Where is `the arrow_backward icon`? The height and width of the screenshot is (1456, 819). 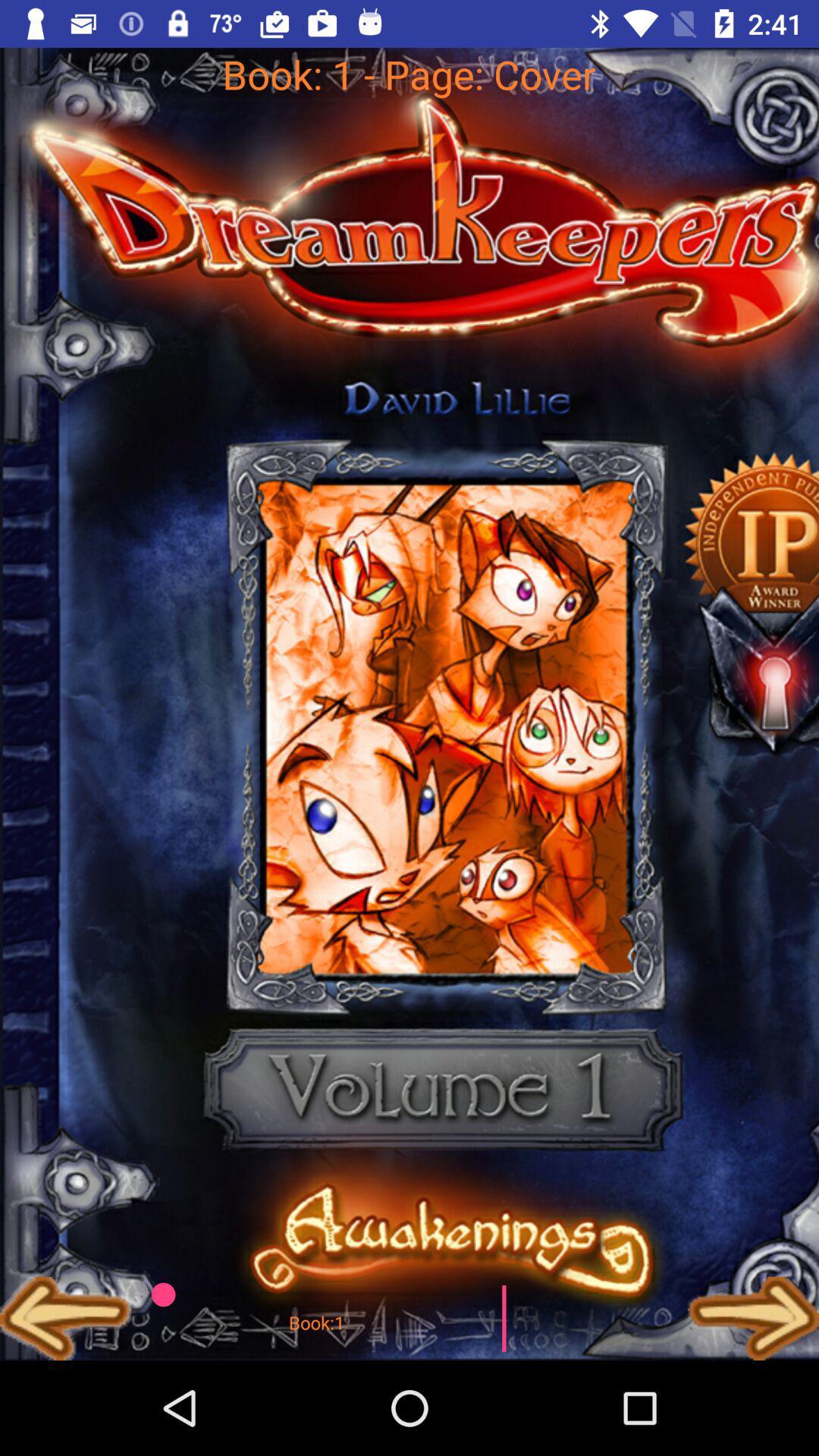 the arrow_backward icon is located at coordinates (64, 1317).